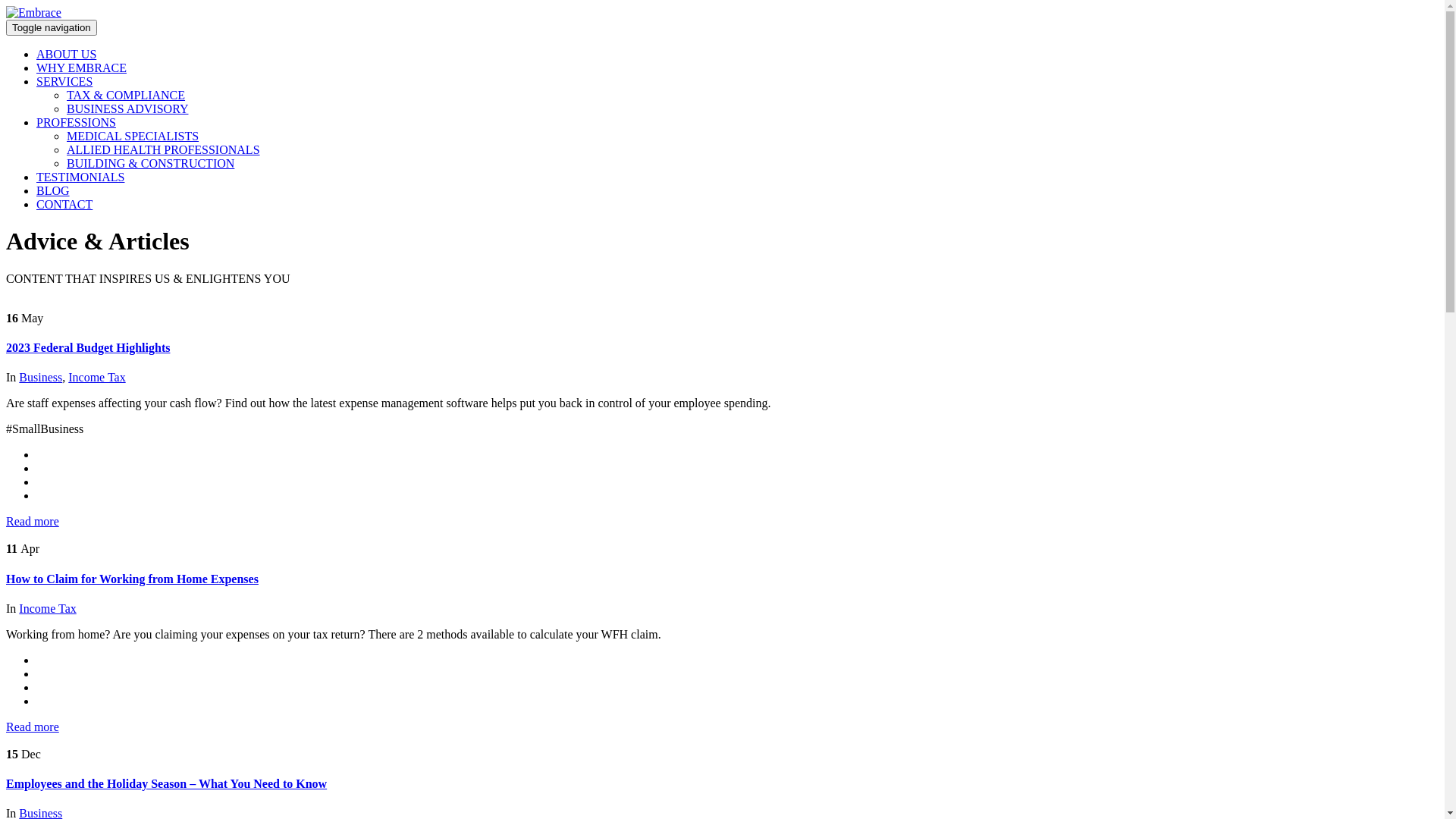  Describe the element at coordinates (163, 149) in the screenshot. I see `'ALLIED HEALTH PROFESSIONALS'` at that location.